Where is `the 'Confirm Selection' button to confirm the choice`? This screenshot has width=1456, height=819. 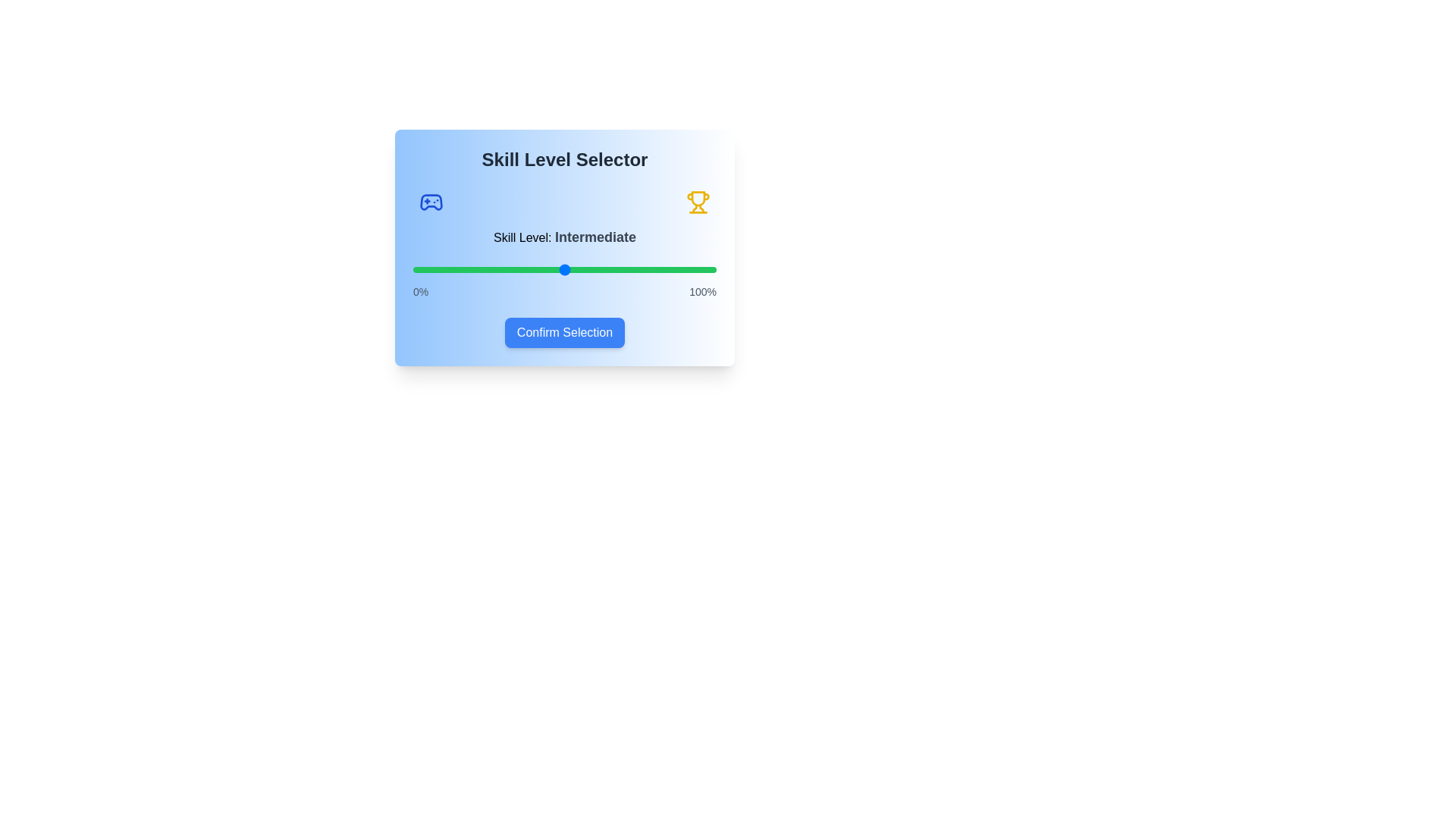
the 'Confirm Selection' button to confirm the choice is located at coordinates (563, 332).